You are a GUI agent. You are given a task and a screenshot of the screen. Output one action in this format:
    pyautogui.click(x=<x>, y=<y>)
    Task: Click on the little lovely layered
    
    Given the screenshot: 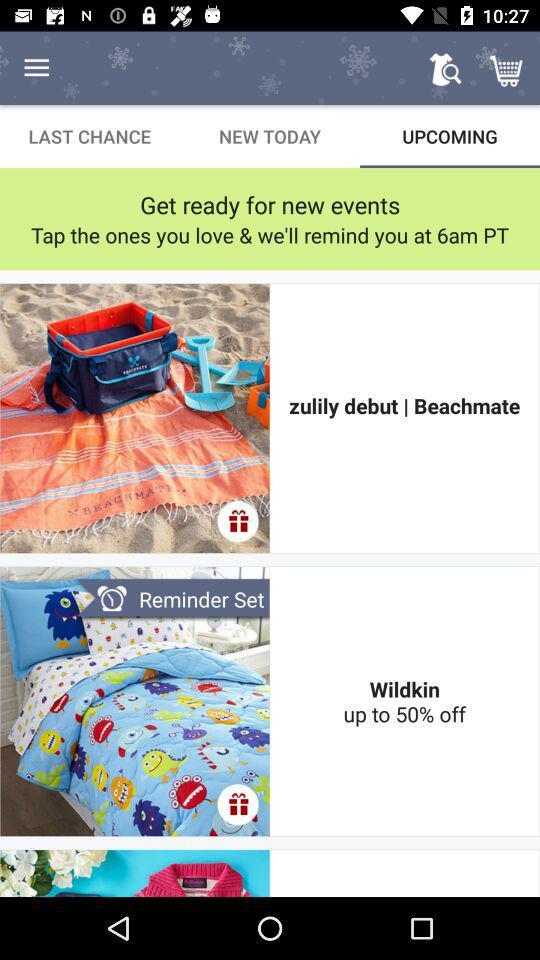 What is the action you would take?
    pyautogui.click(x=404, y=872)
    